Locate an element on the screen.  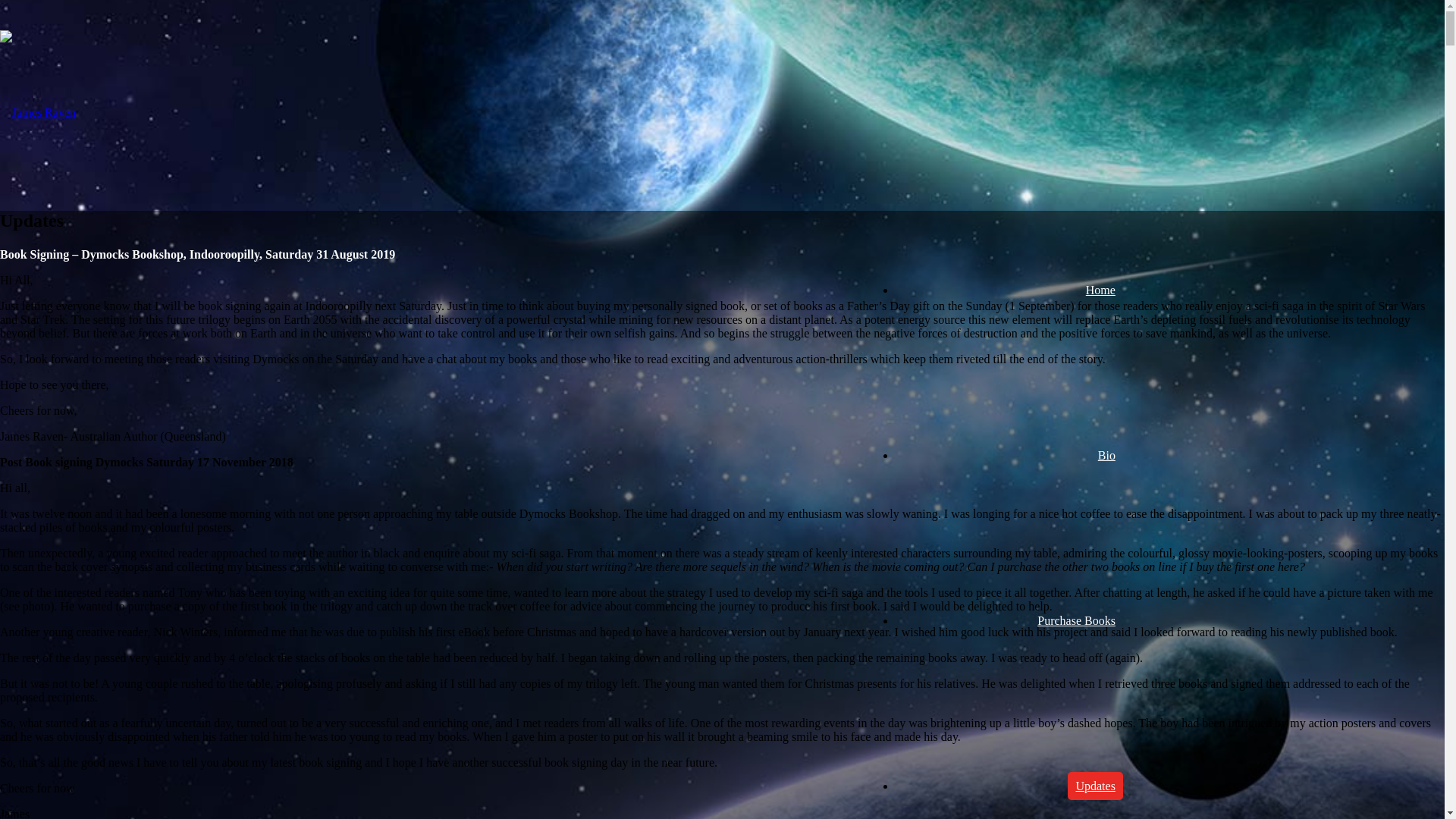
'Updates' is located at coordinates (1095, 785).